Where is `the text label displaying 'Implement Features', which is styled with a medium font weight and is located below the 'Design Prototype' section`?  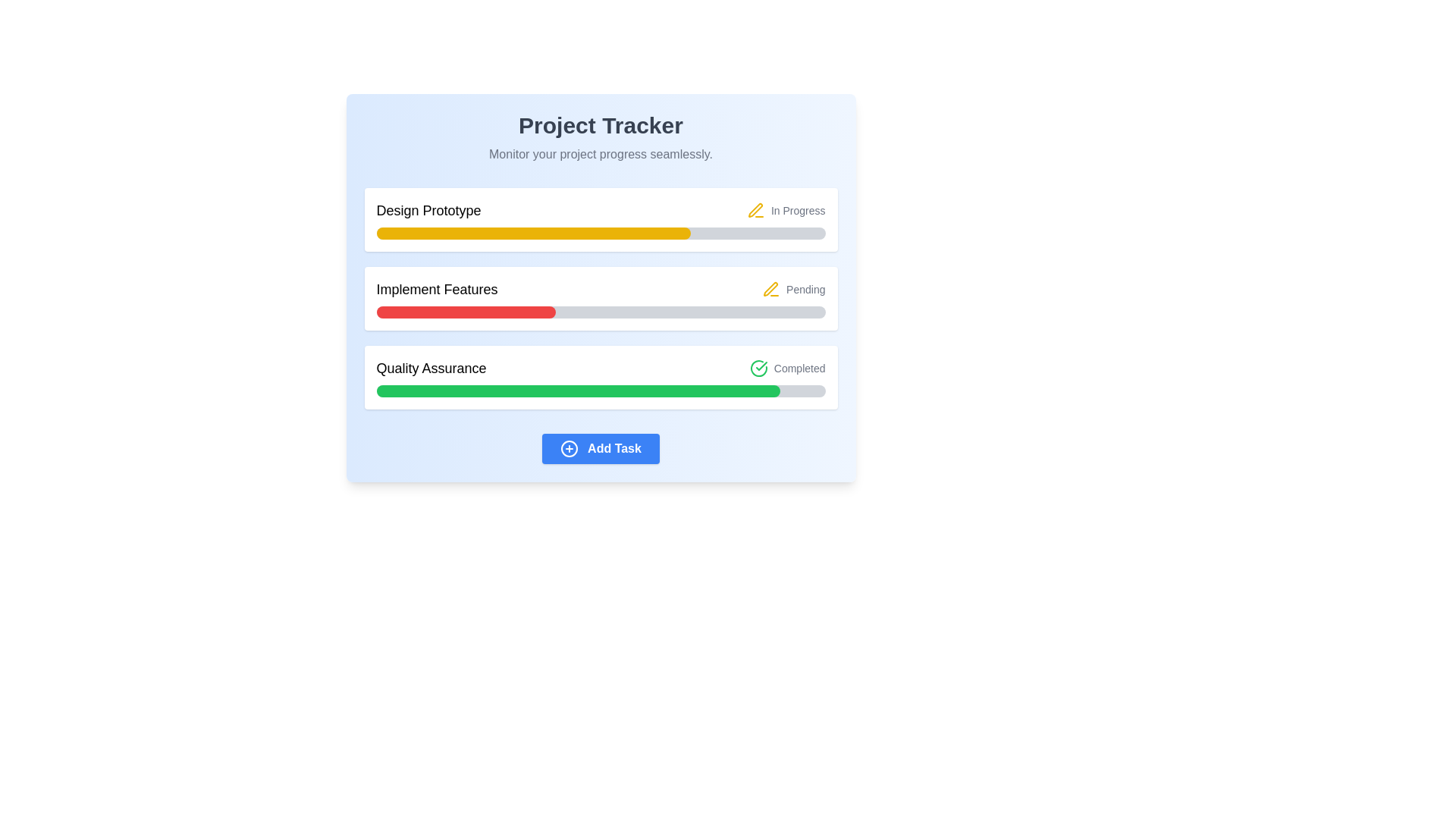
the text label displaying 'Implement Features', which is styled with a medium font weight and is located below the 'Design Prototype' section is located at coordinates (436, 289).